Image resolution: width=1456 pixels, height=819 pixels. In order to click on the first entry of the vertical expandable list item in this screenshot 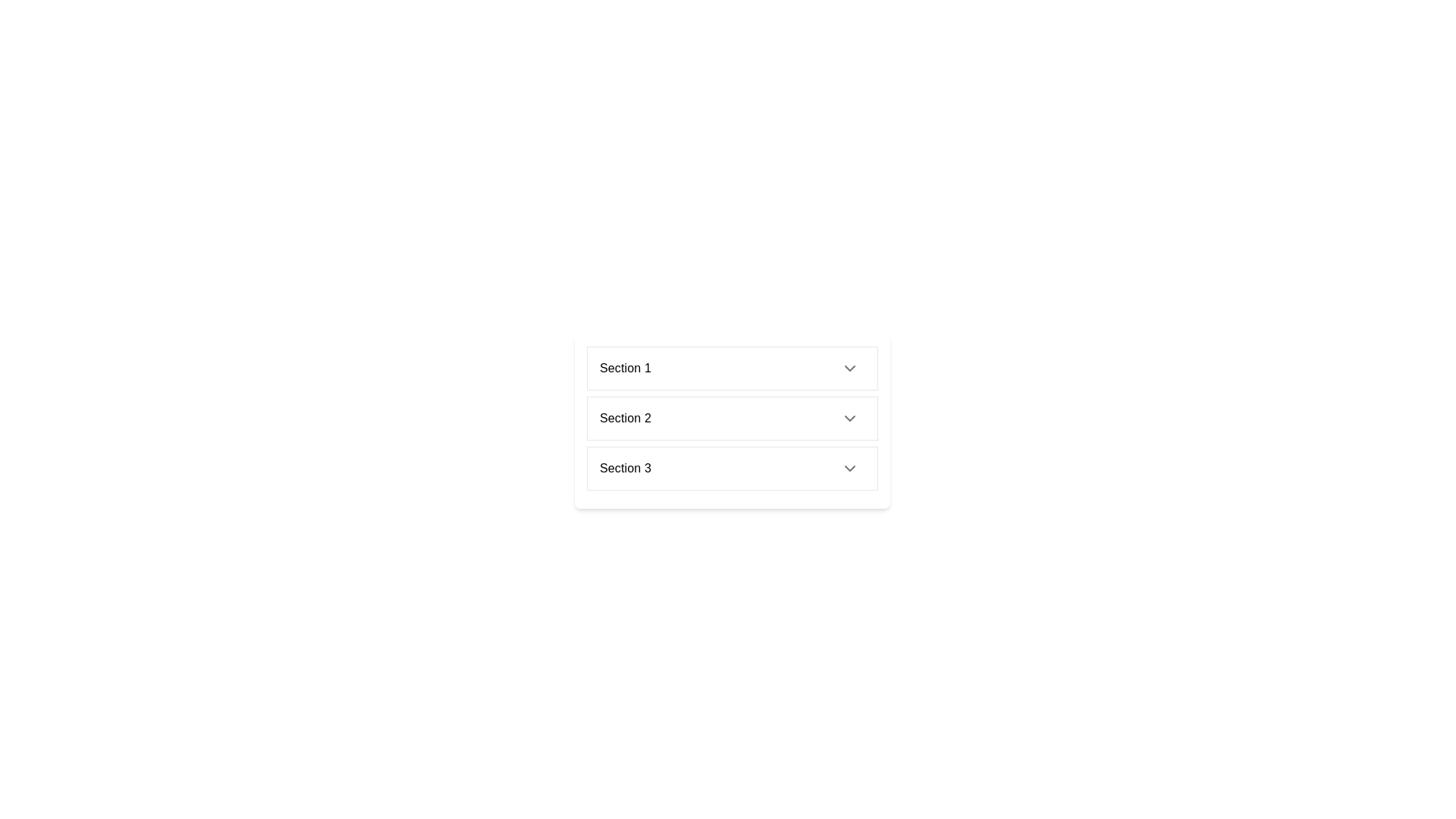, I will do `click(732, 371)`.